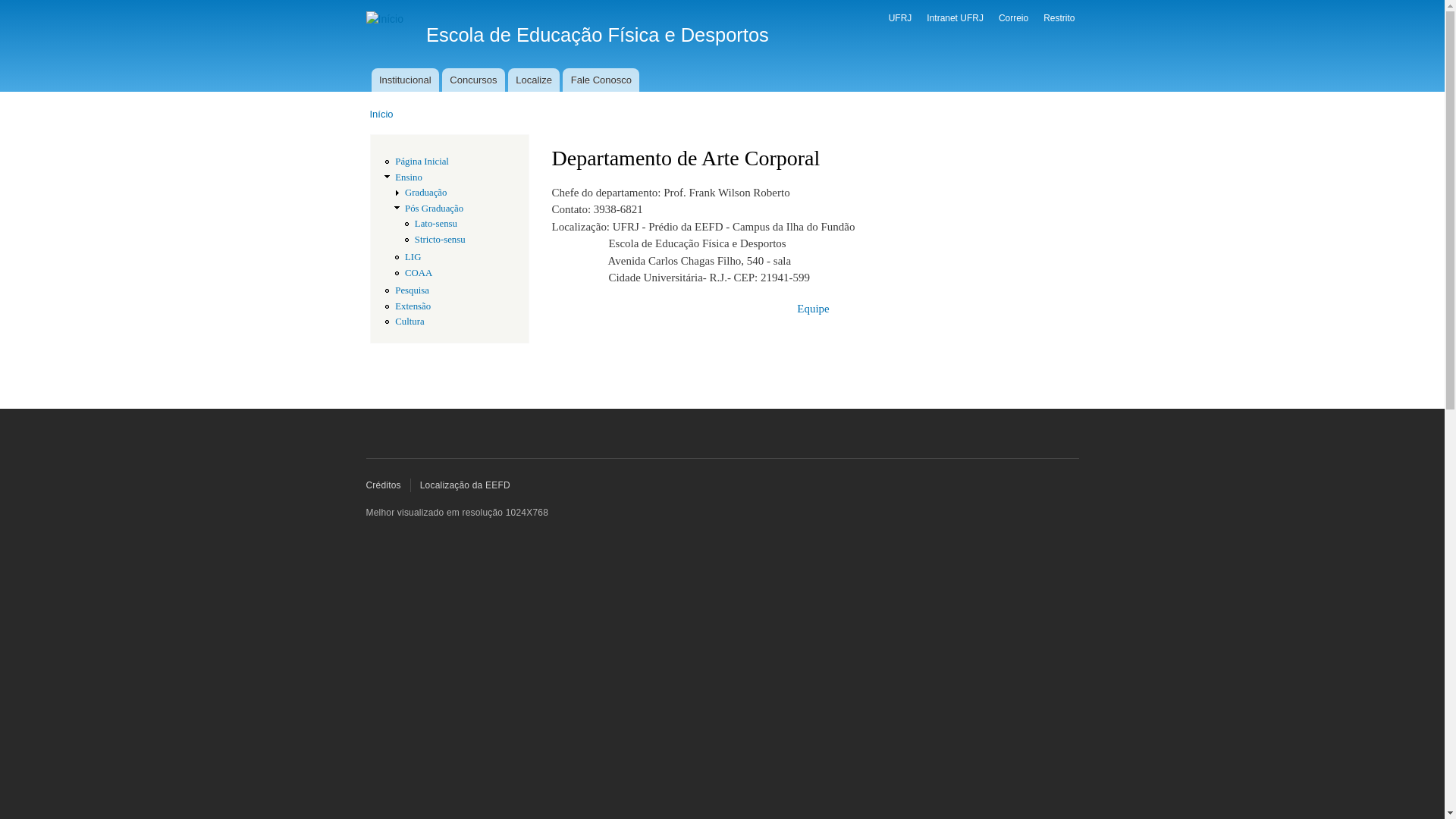  I want to click on 'Intranet UFRJ', so click(954, 17).